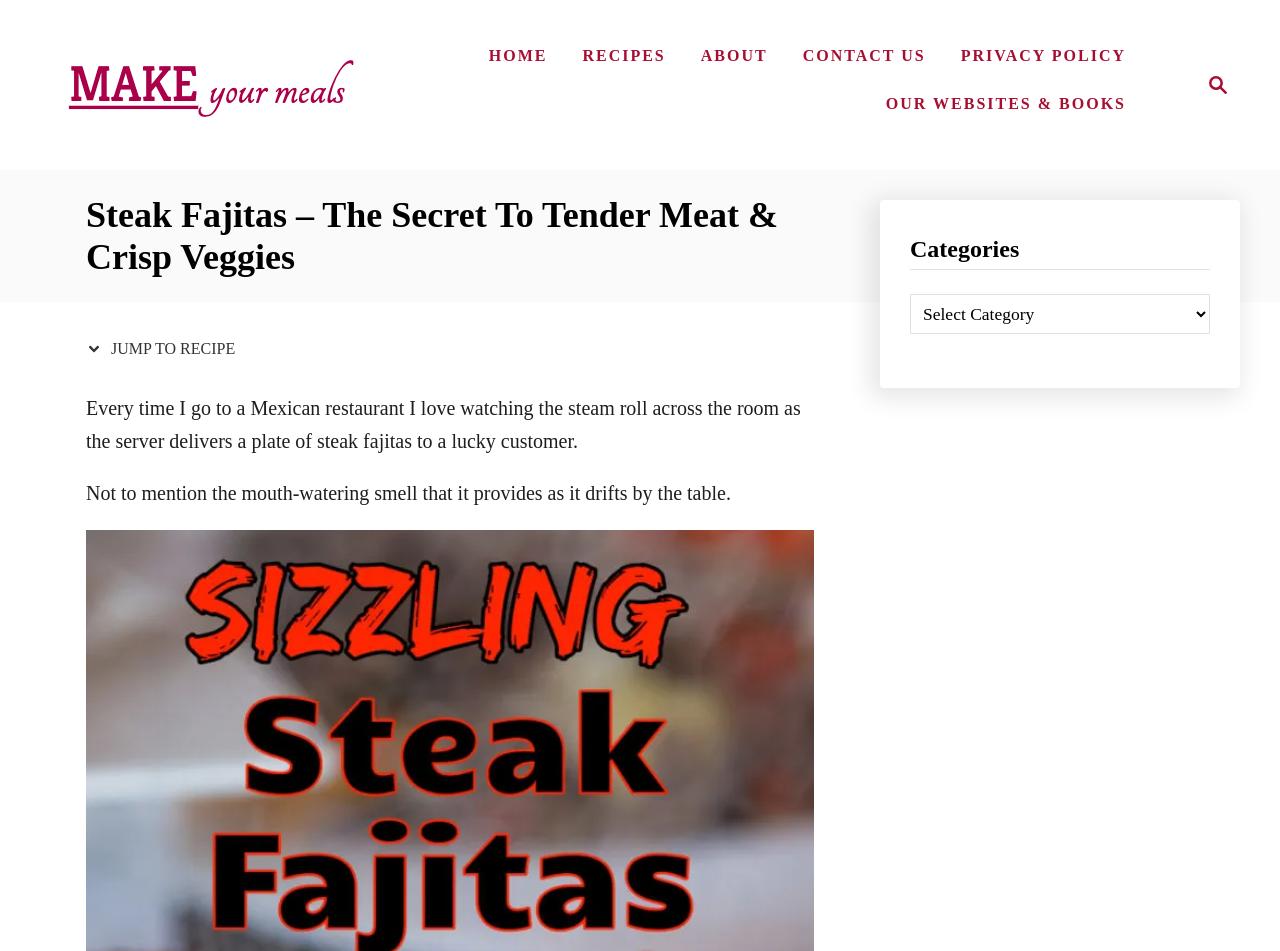 The width and height of the screenshot is (1280, 951). What do you see at coordinates (406, 491) in the screenshot?
I see `'Not to mention the mouth-watering smell that it provides as it drifts by the table.'` at bounding box center [406, 491].